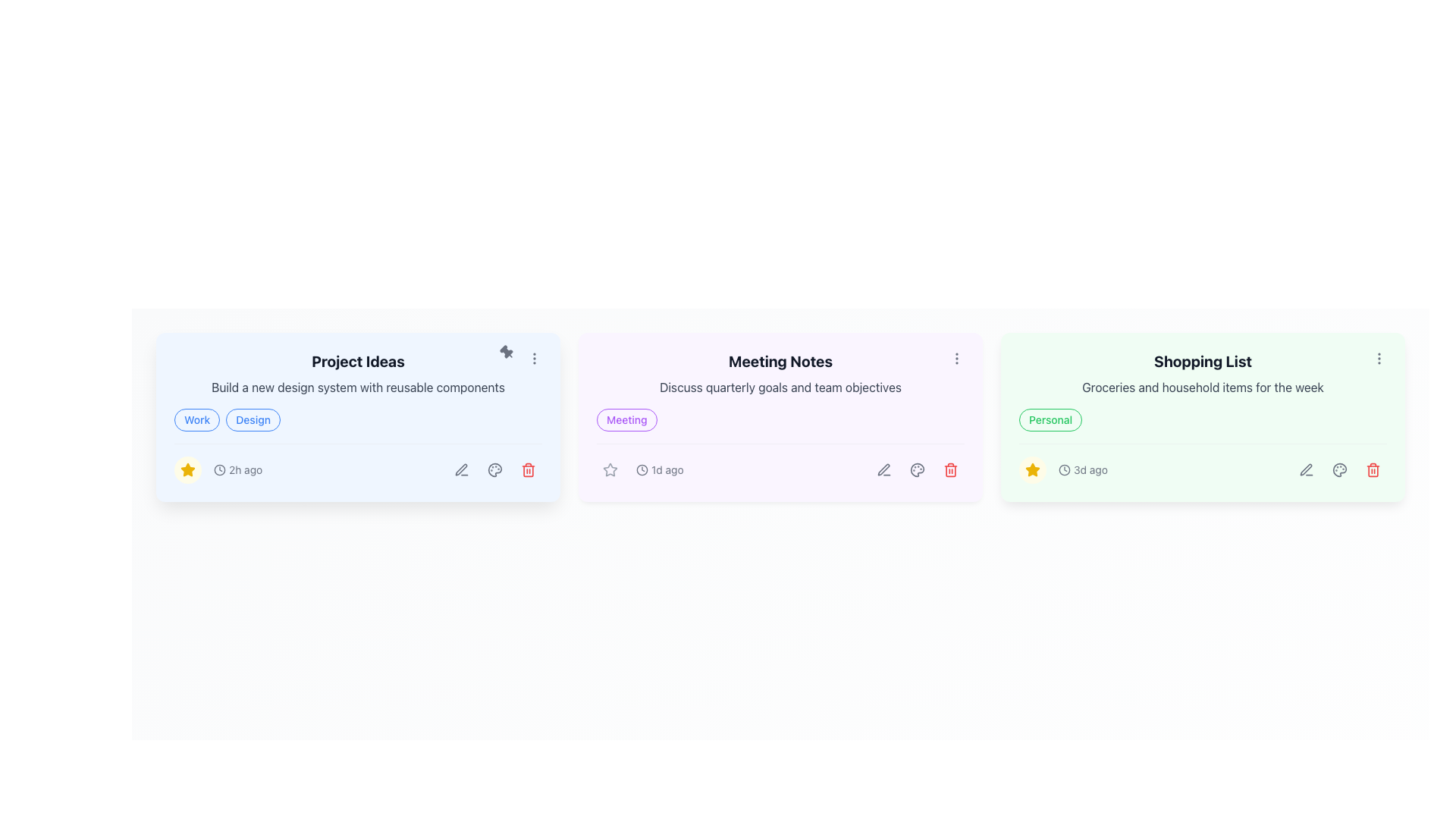 The image size is (1456, 819). I want to click on the Star Icon located in the bottom left section of the 'Project Ideas' card, so click(1032, 469).